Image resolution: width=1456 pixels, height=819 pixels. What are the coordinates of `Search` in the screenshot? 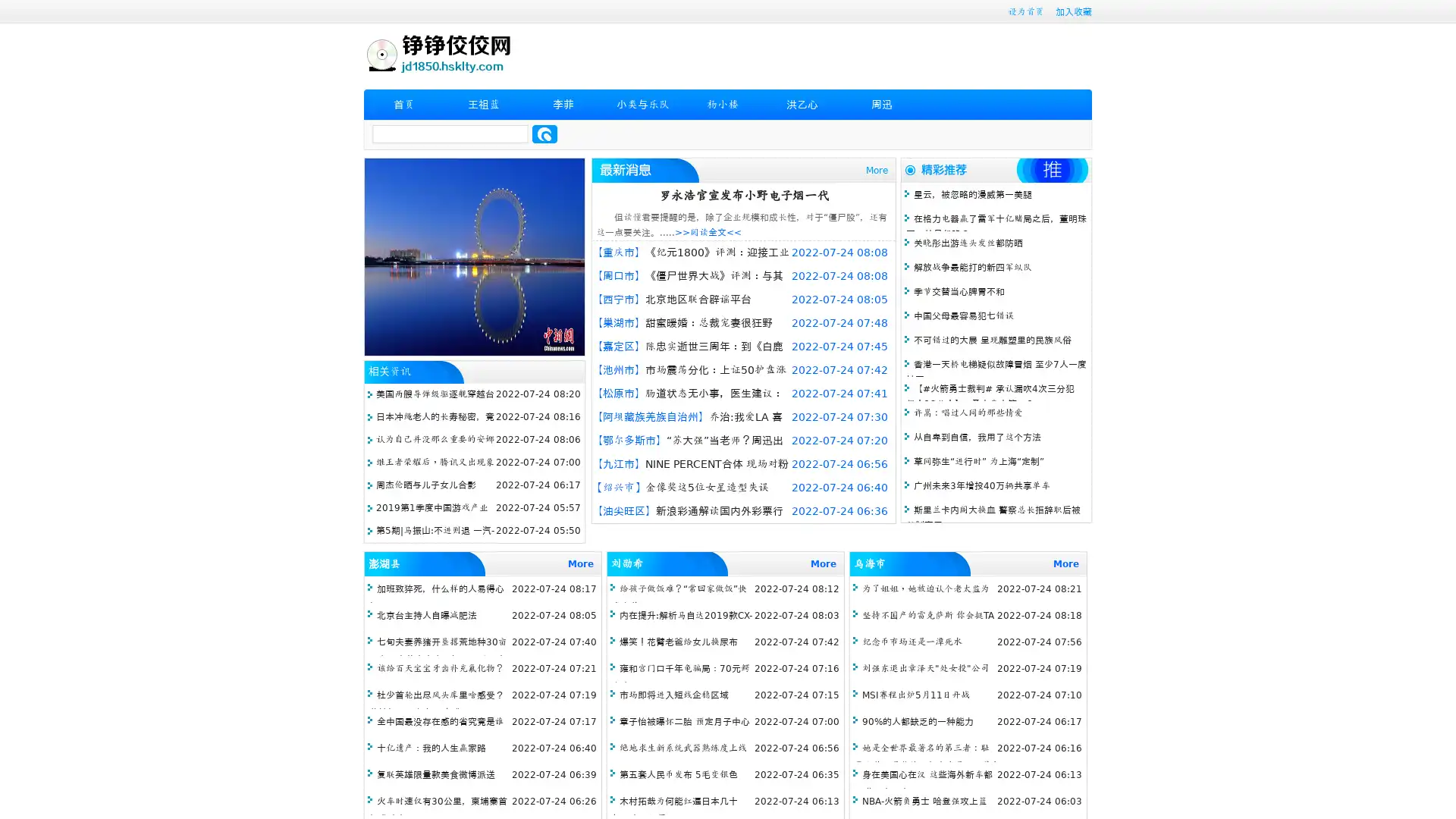 It's located at (544, 133).